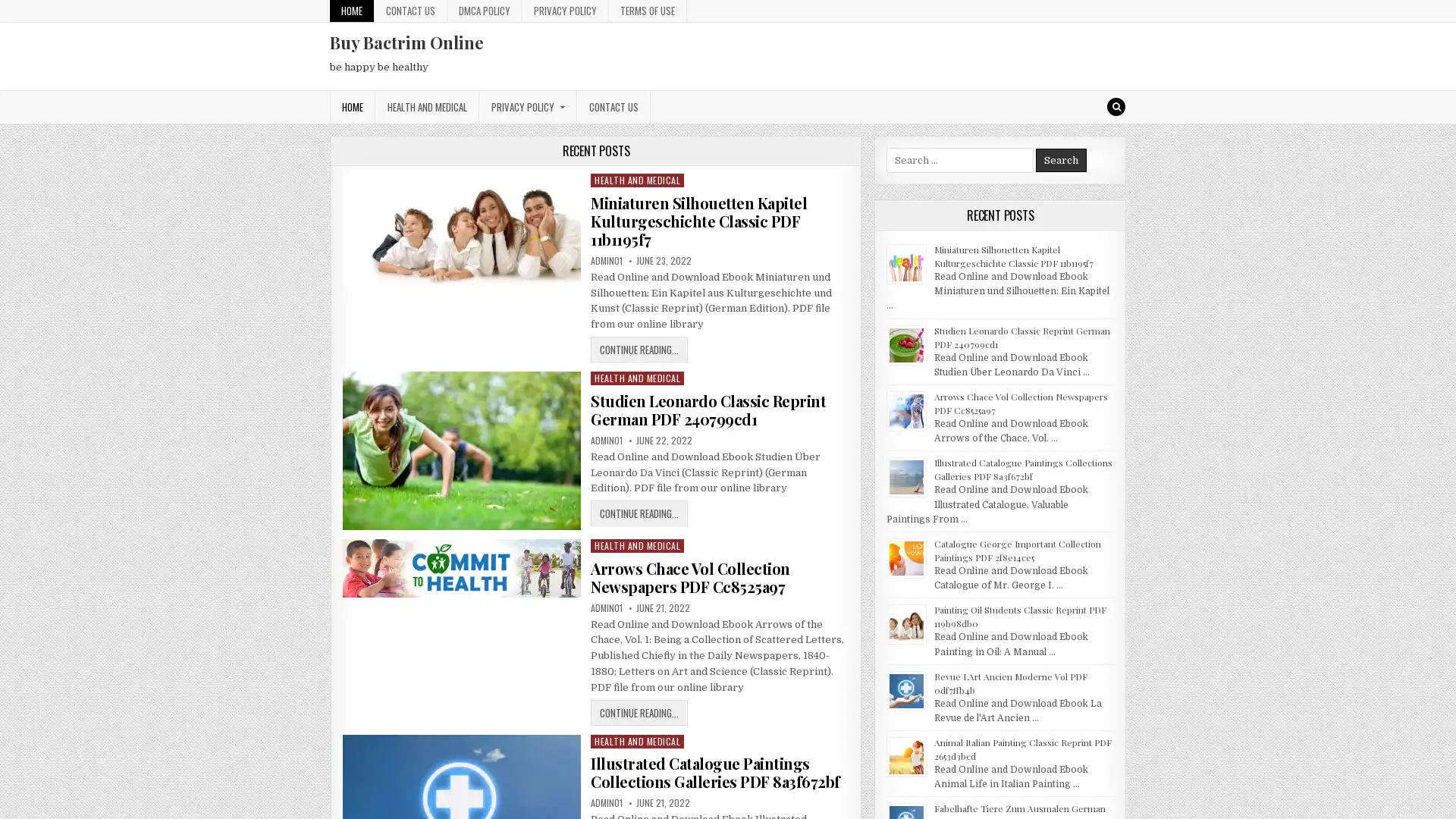 The height and width of the screenshot is (819, 1456). What do you see at coordinates (1060, 160) in the screenshot?
I see `Search` at bounding box center [1060, 160].